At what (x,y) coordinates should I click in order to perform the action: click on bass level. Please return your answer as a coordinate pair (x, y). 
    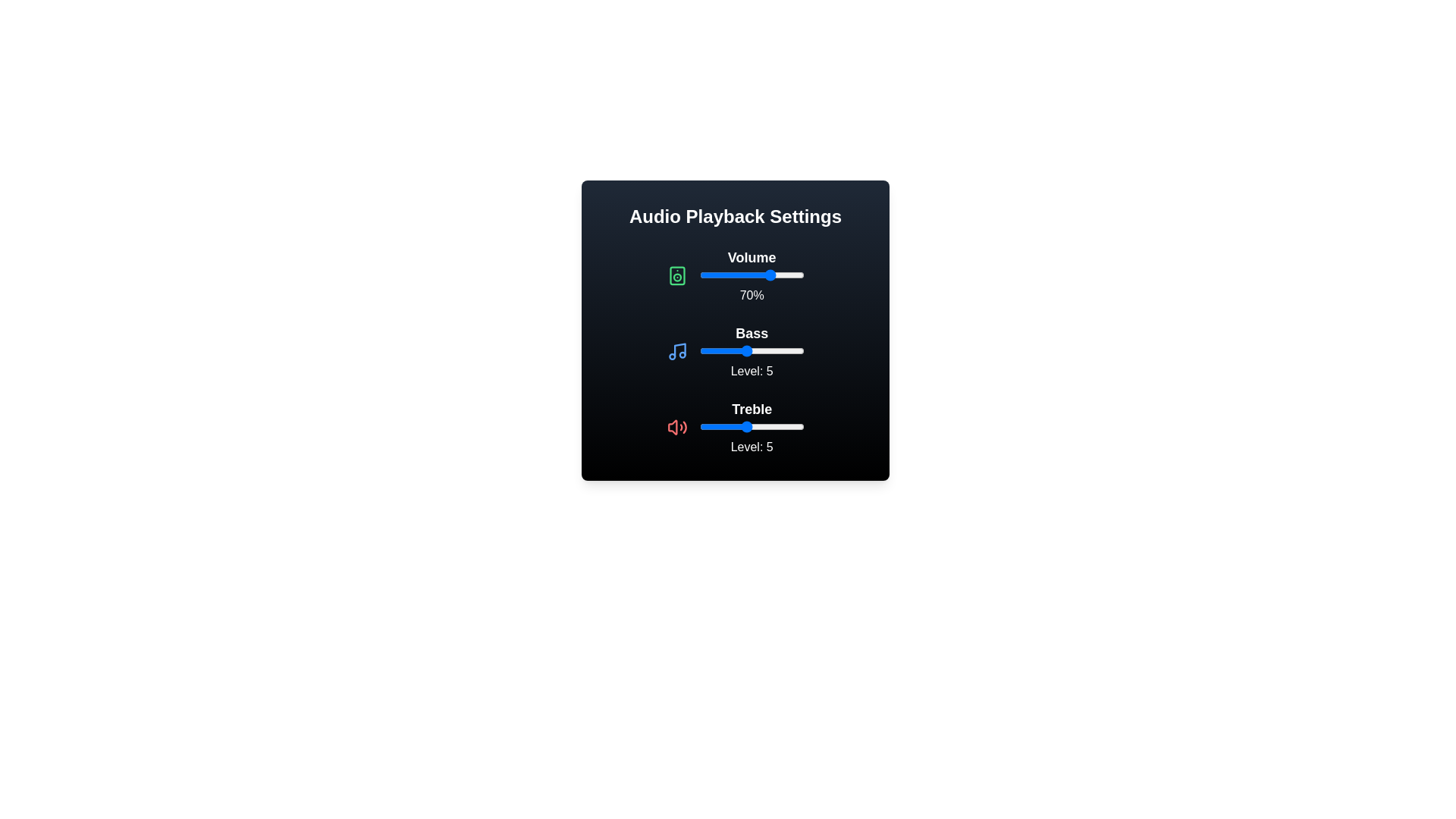
    Looking at the image, I should click on (734, 350).